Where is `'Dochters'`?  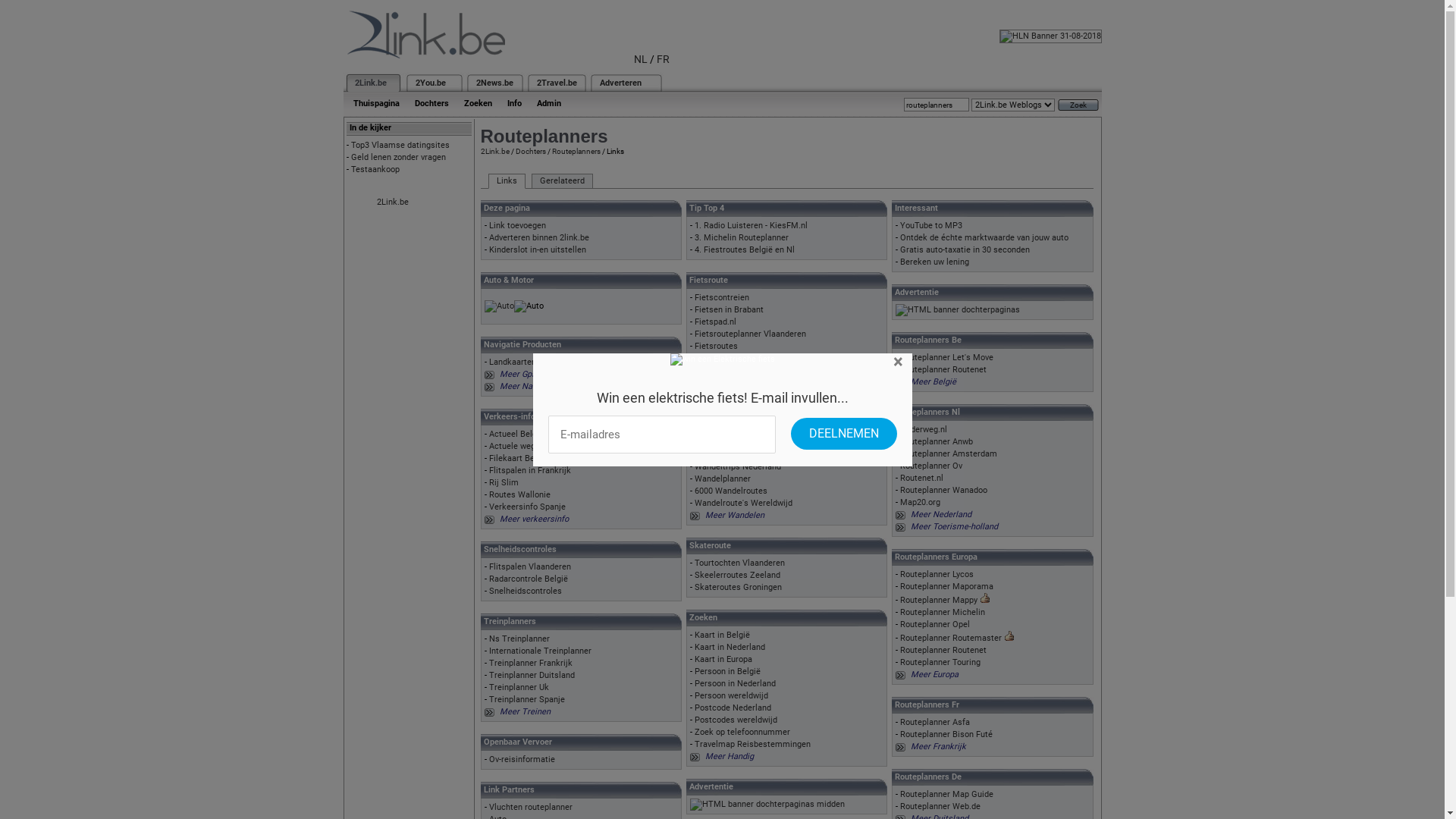
'Dochters' is located at coordinates (430, 102).